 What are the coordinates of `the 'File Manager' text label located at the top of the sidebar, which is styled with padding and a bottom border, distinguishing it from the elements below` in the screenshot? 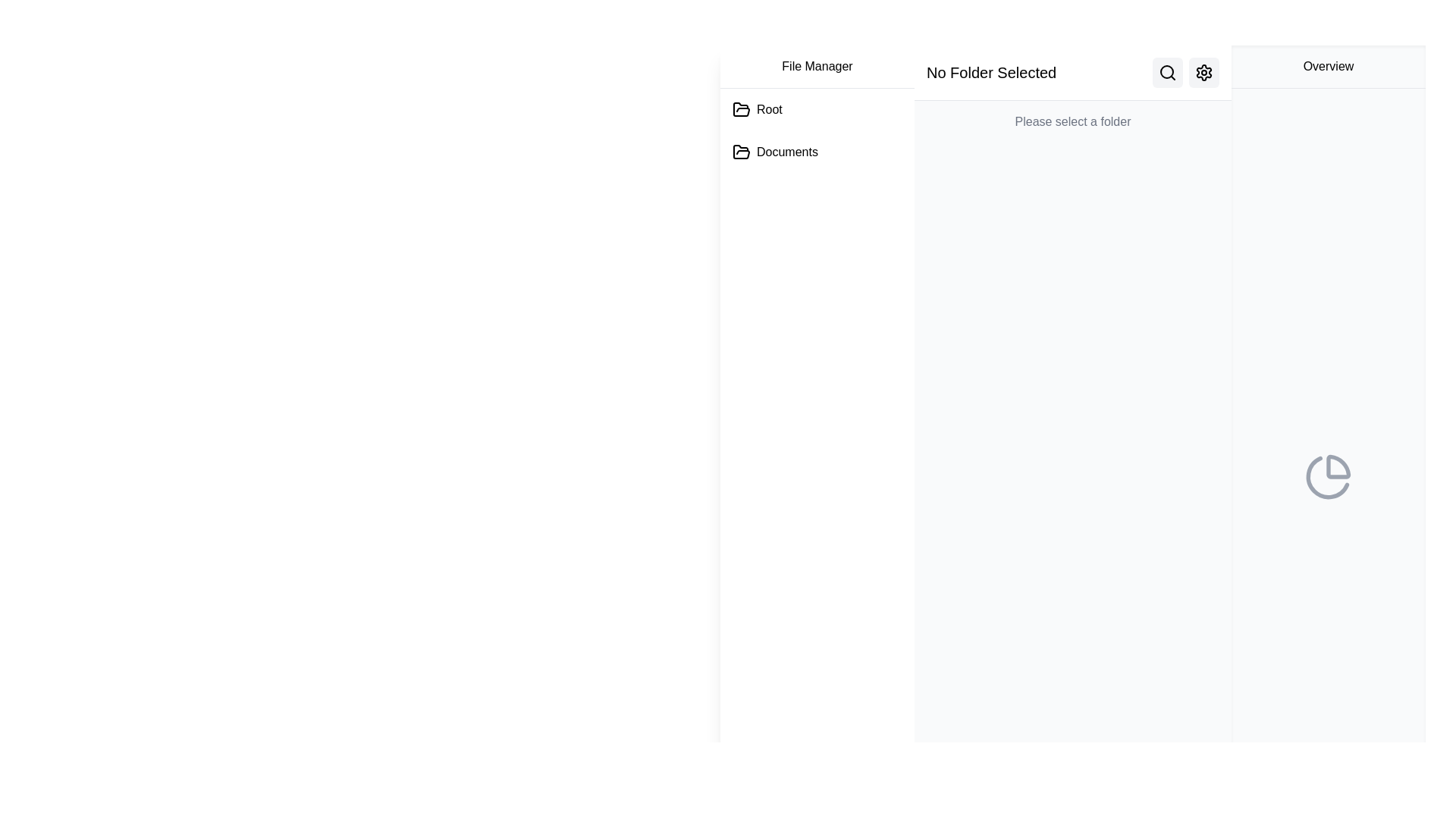 It's located at (817, 66).